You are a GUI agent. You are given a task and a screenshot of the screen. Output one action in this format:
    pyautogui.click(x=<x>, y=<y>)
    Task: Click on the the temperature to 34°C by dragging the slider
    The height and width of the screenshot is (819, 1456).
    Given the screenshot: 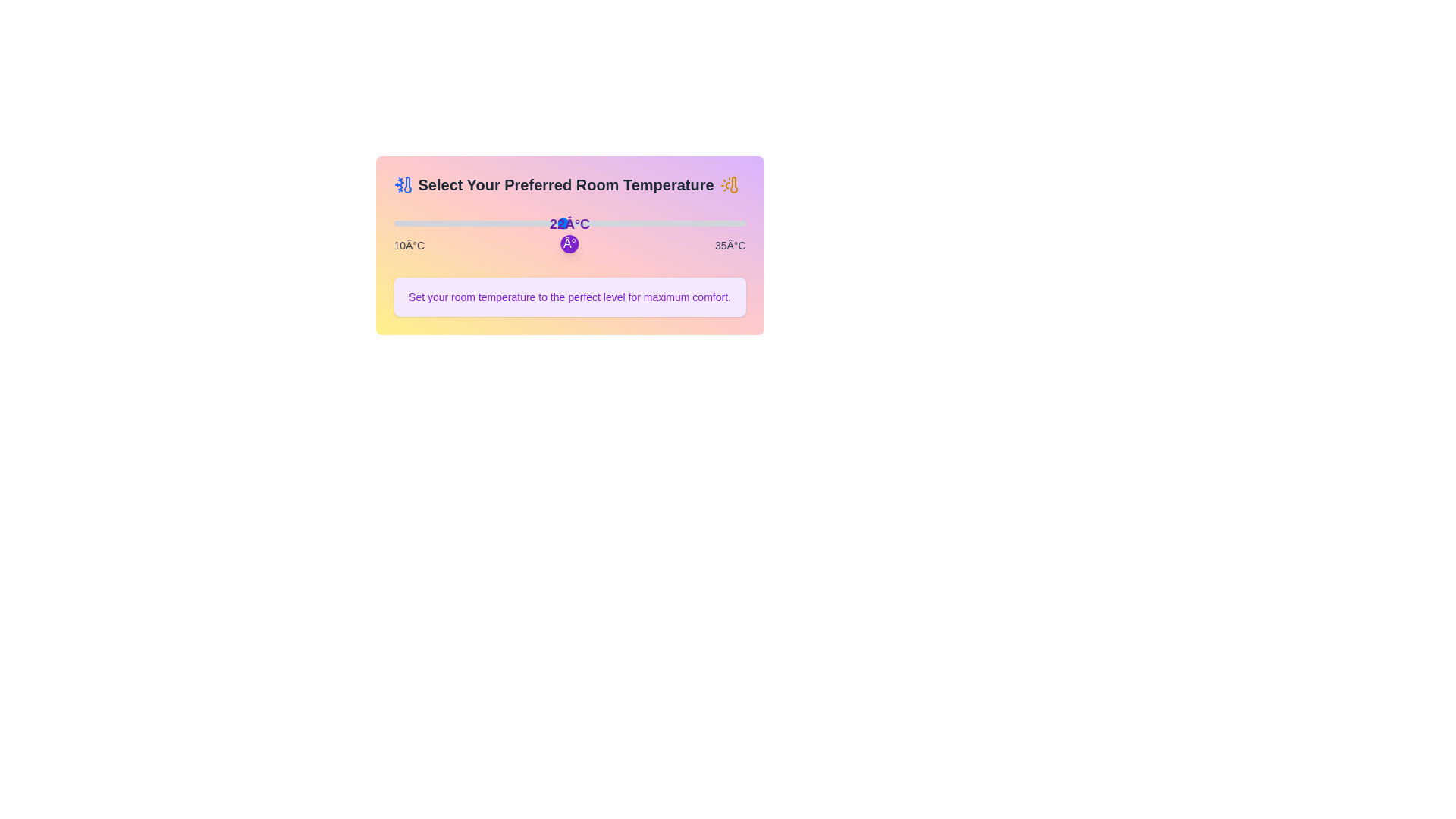 What is the action you would take?
    pyautogui.click(x=731, y=223)
    